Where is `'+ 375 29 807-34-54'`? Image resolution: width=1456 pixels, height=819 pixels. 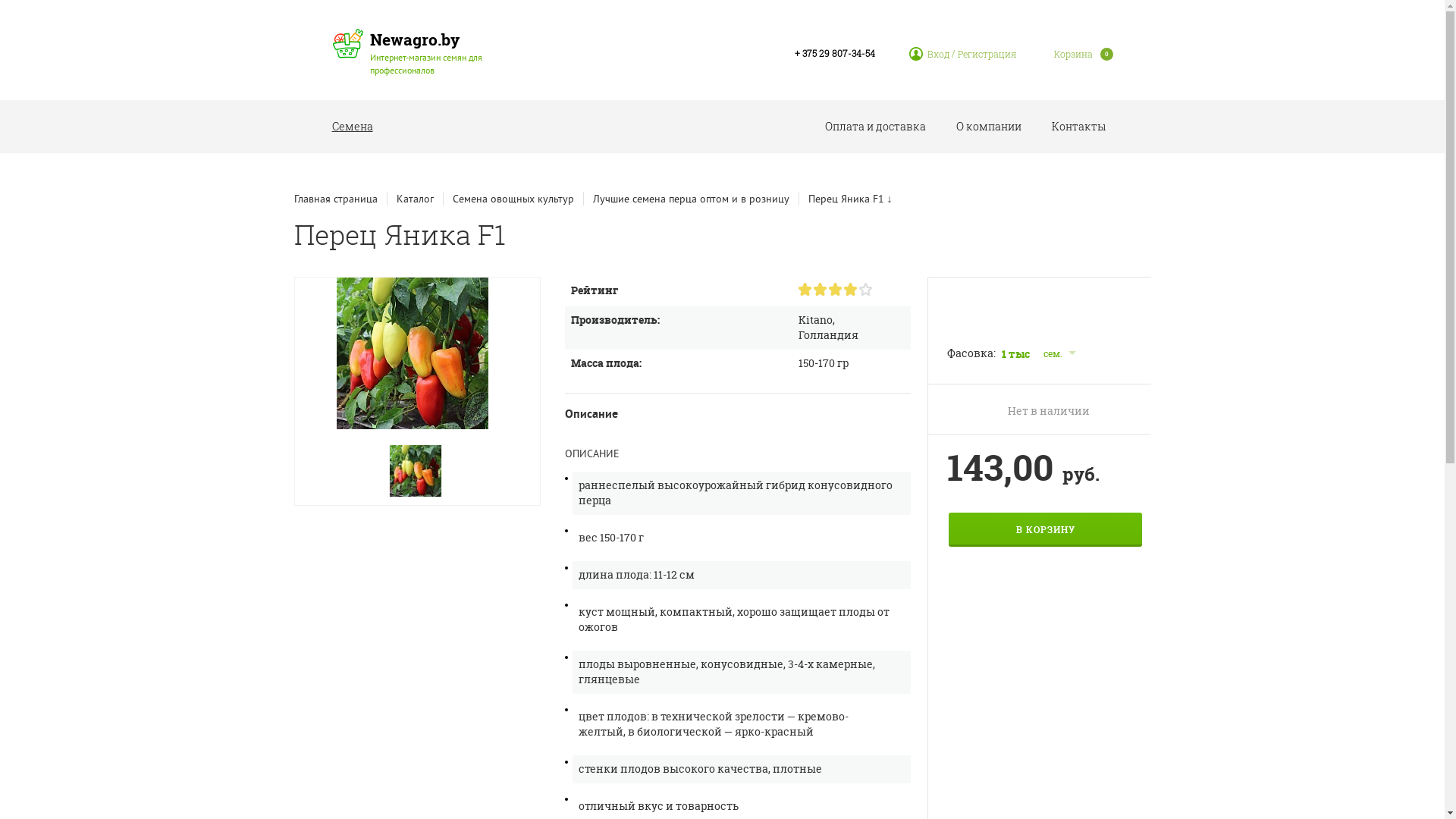
'+ 375 29 807-34-54' is located at coordinates (793, 52).